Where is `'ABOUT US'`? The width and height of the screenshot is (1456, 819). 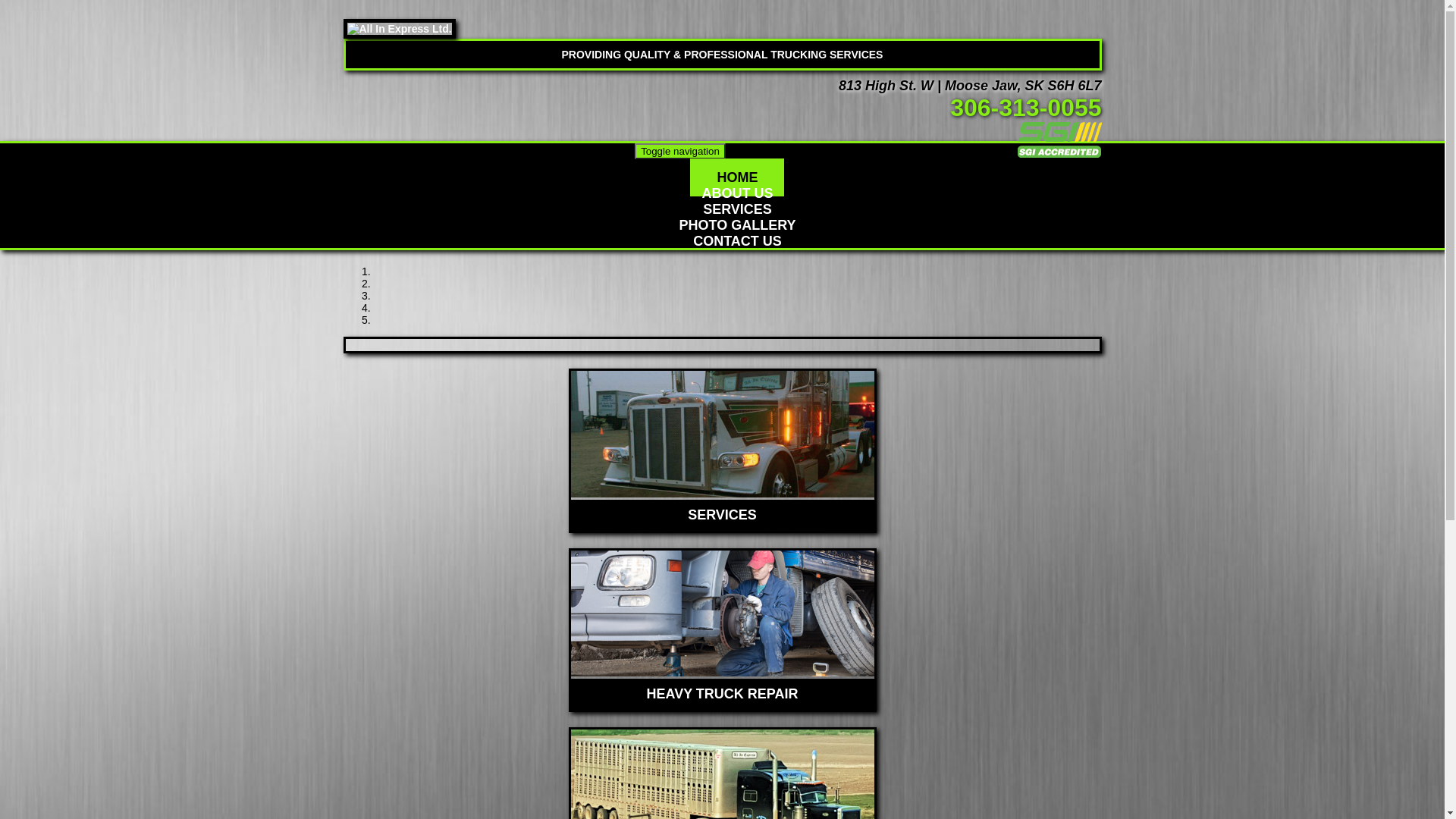 'ABOUT US' is located at coordinates (736, 192).